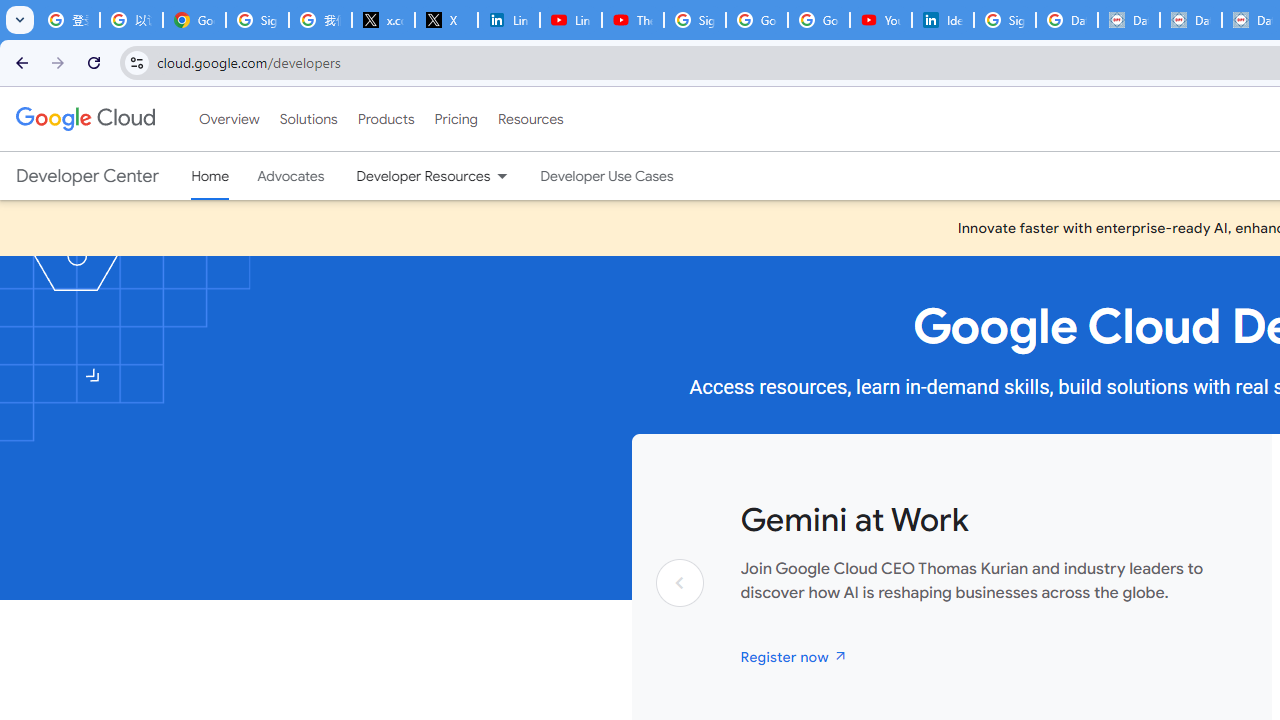  Describe the element at coordinates (84, 119) in the screenshot. I see `'Google Cloud'` at that location.